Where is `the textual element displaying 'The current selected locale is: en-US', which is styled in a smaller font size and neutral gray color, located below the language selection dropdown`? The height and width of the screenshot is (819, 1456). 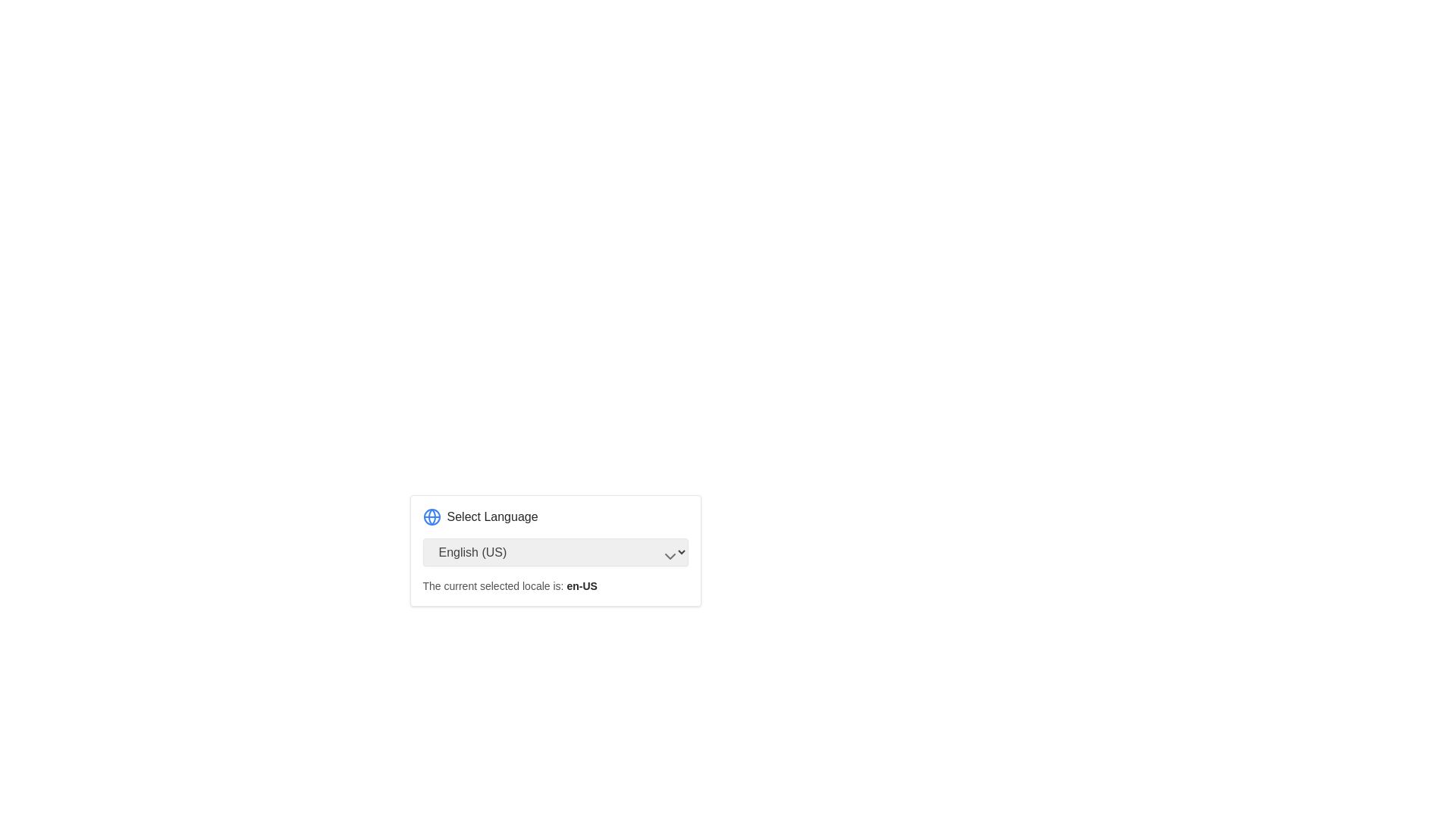 the textual element displaying 'The current selected locale is: en-US', which is styled in a smaller font size and neutral gray color, located below the language selection dropdown is located at coordinates (510, 585).